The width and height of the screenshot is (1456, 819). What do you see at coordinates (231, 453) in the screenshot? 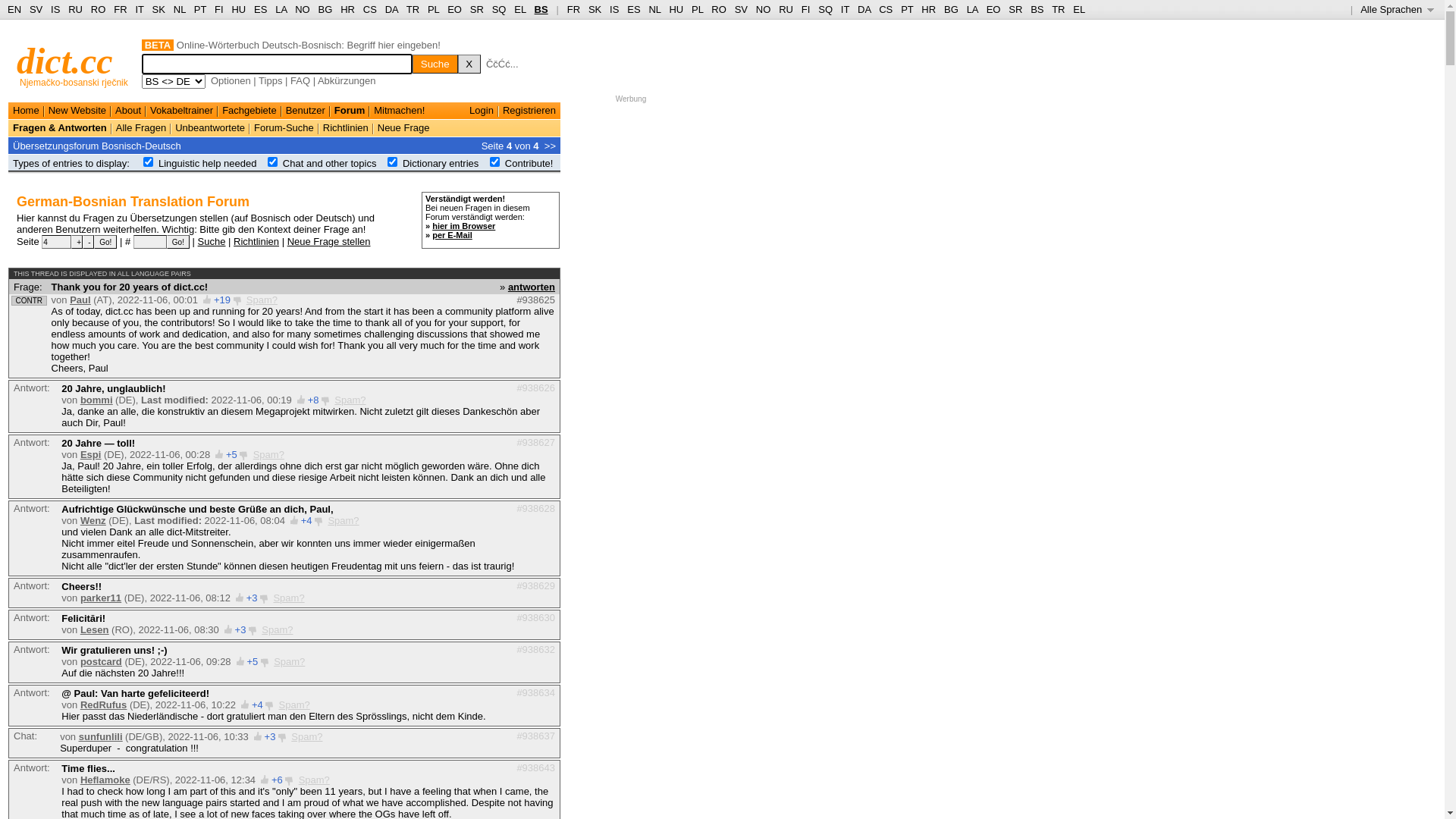
I see `'+5'` at bounding box center [231, 453].